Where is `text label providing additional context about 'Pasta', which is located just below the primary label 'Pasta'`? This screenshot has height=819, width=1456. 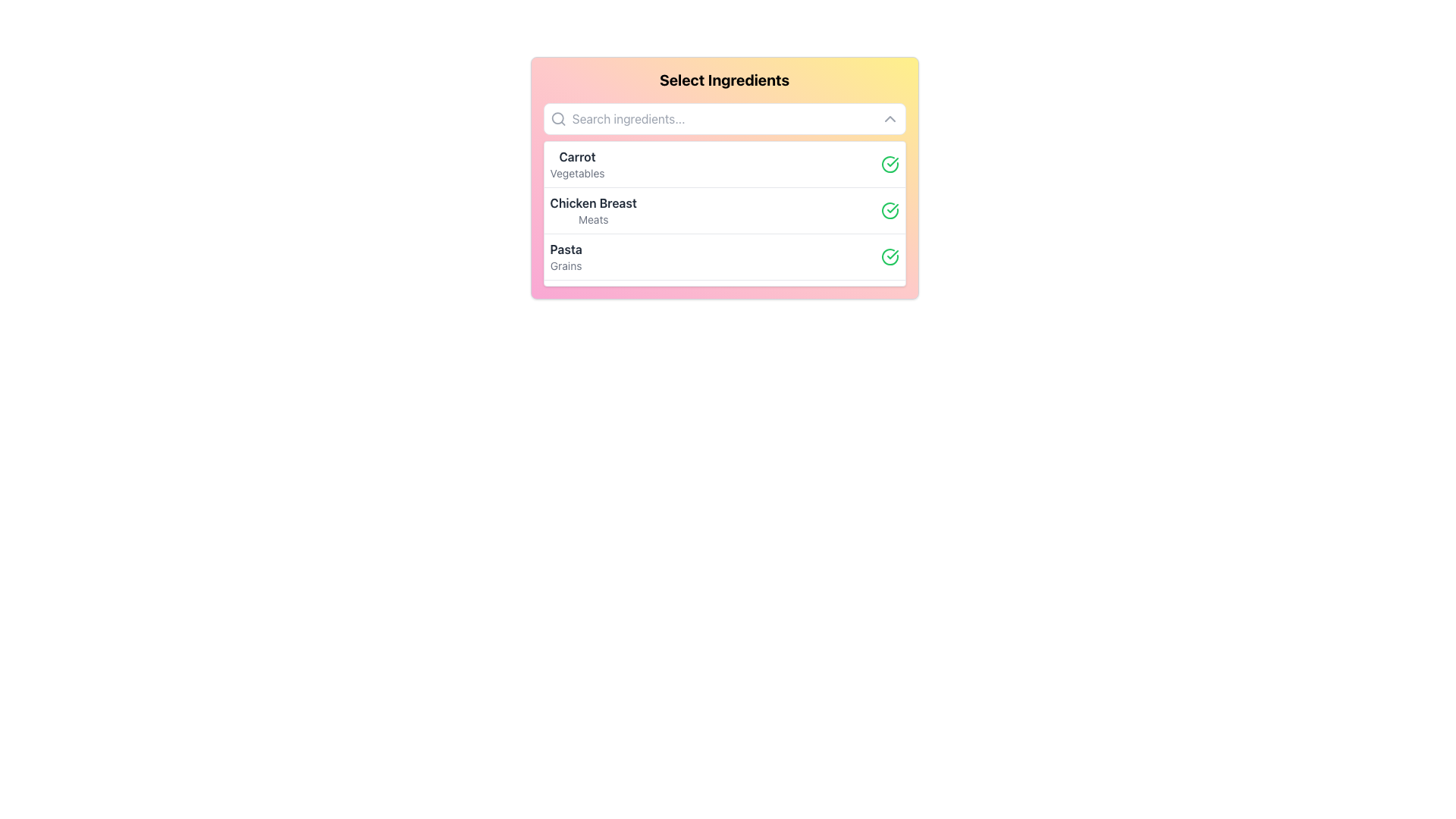
text label providing additional context about 'Pasta', which is located just below the primary label 'Pasta' is located at coordinates (565, 265).